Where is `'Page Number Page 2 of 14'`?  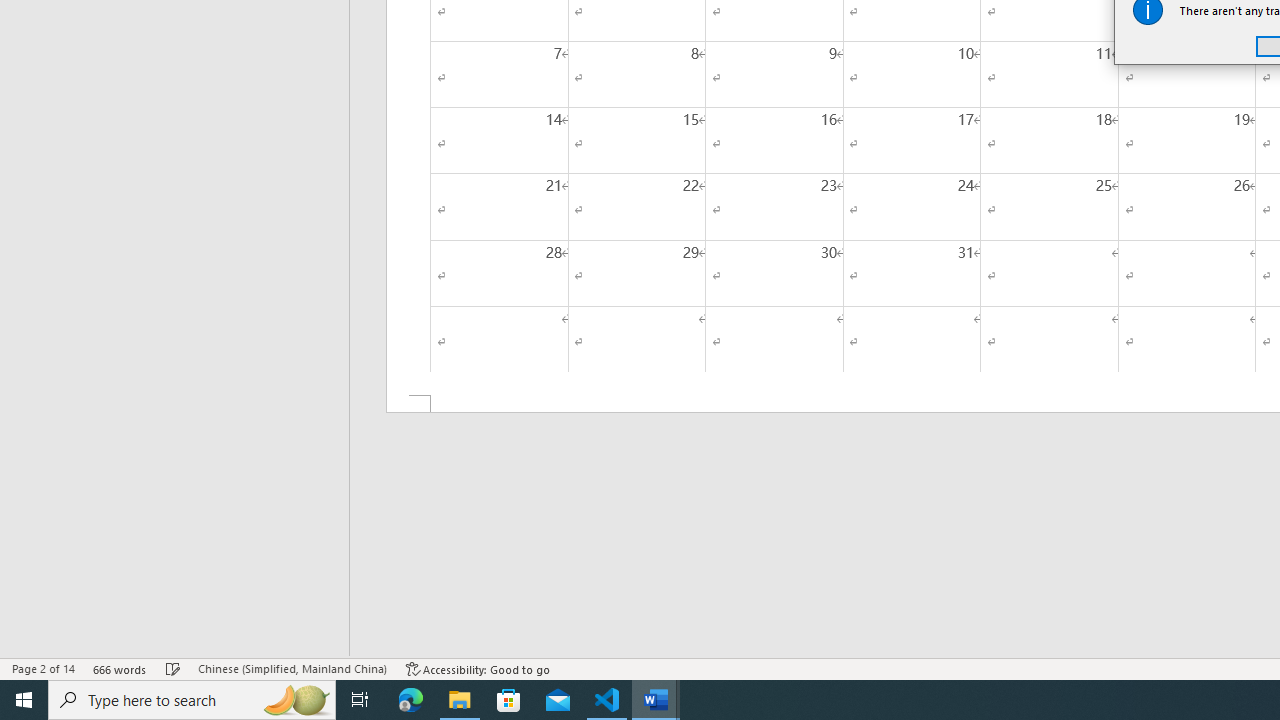 'Page Number Page 2 of 14' is located at coordinates (43, 669).